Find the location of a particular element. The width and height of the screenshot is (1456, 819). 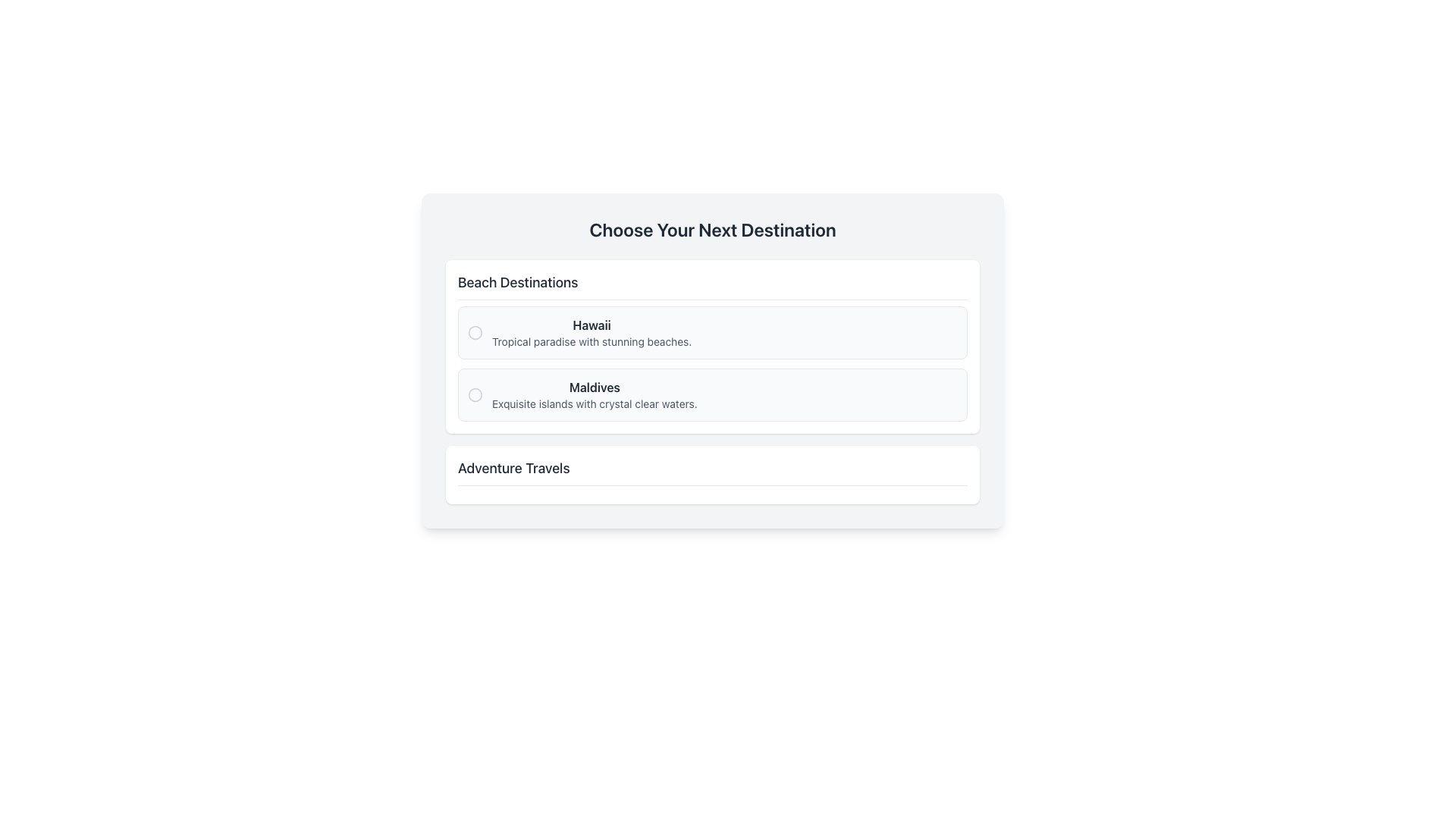

the text block providing information about 'Hawaii' in the 'Beach Destinations' section is located at coordinates (591, 332).